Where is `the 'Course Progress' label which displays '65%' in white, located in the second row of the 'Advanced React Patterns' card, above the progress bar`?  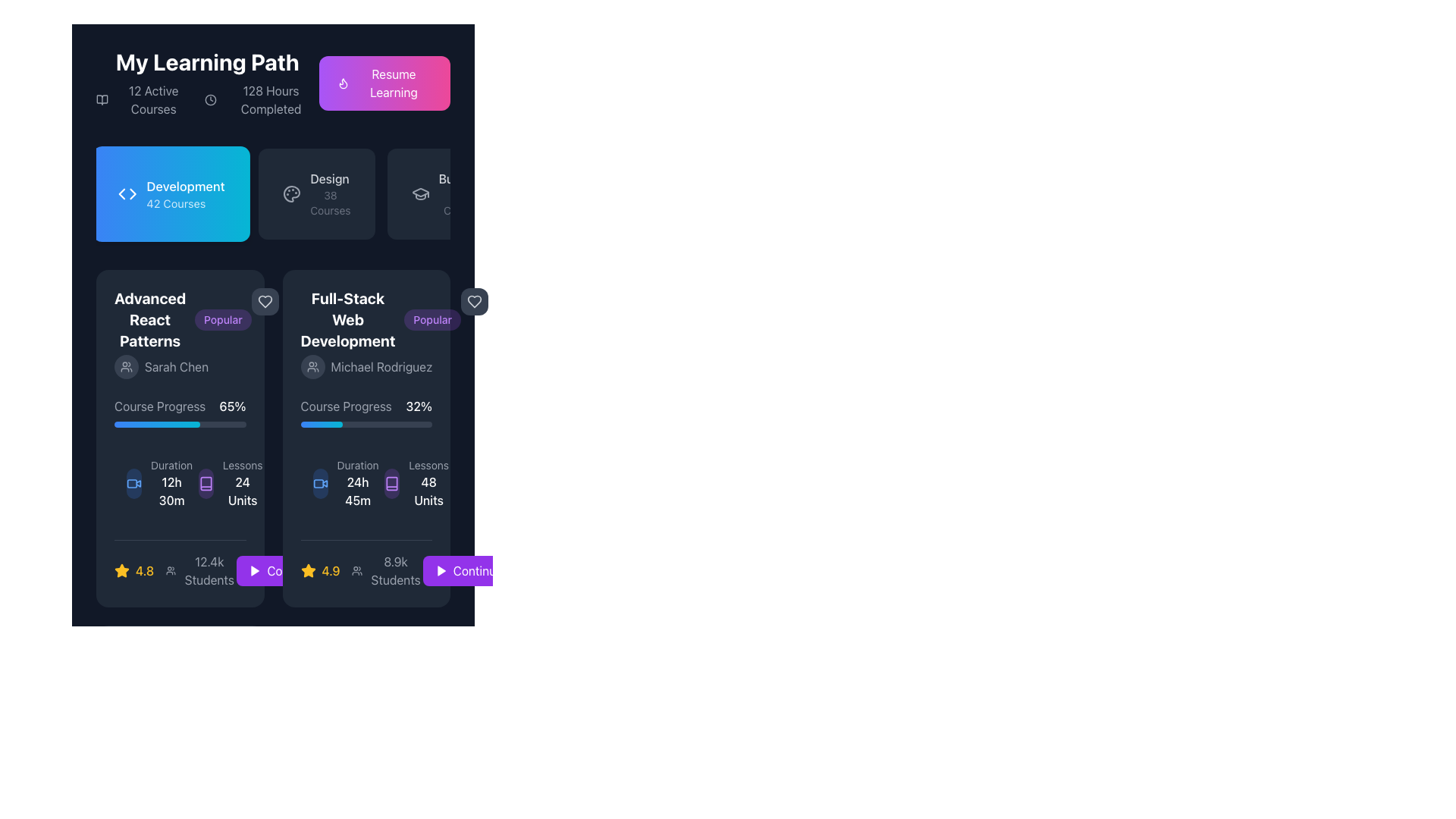
the 'Course Progress' label which displays '65%' in white, located in the second row of the 'Advanced React Patterns' card, above the progress bar is located at coordinates (180, 406).